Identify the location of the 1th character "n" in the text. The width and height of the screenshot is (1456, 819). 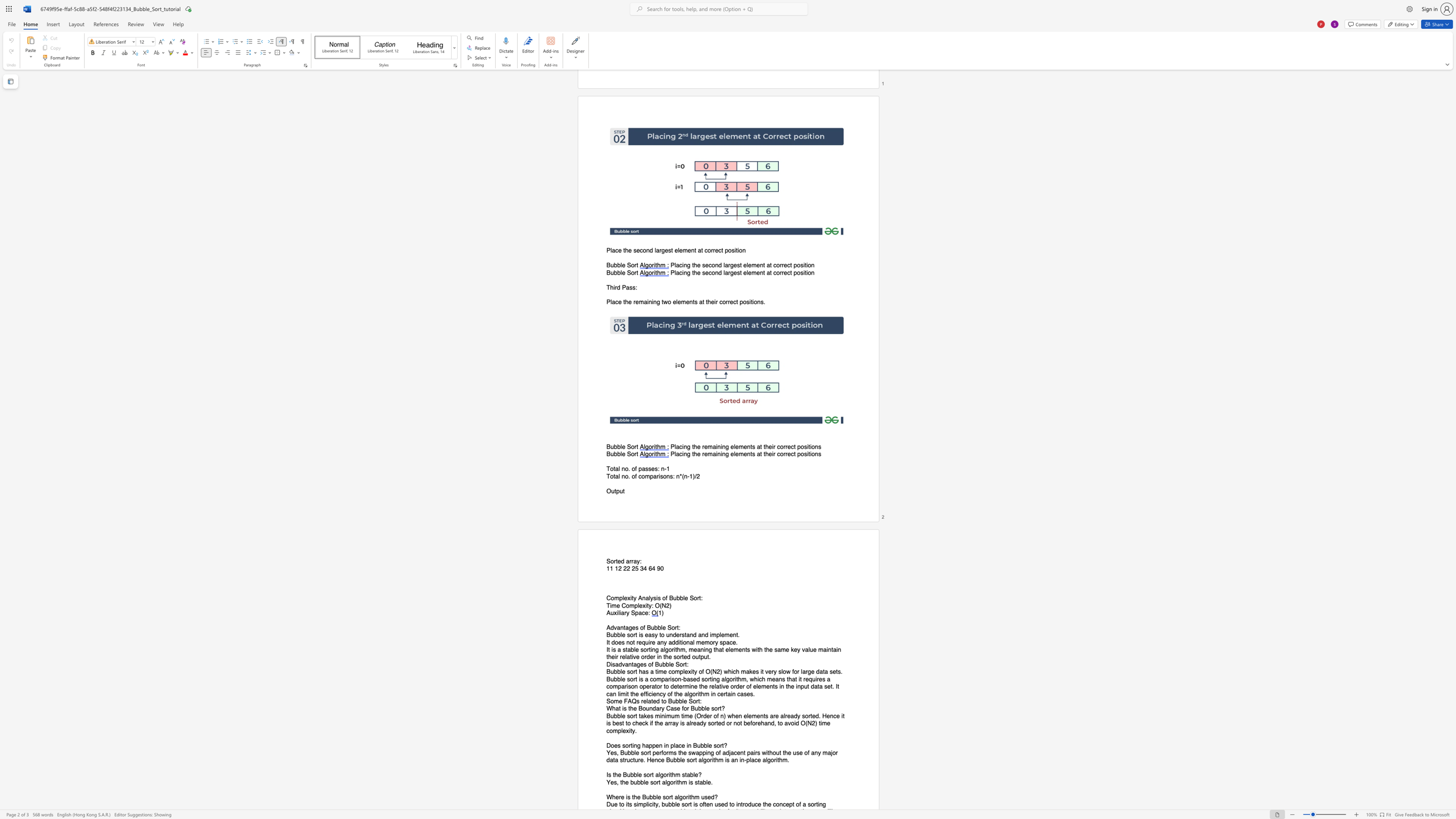
(771, 687).